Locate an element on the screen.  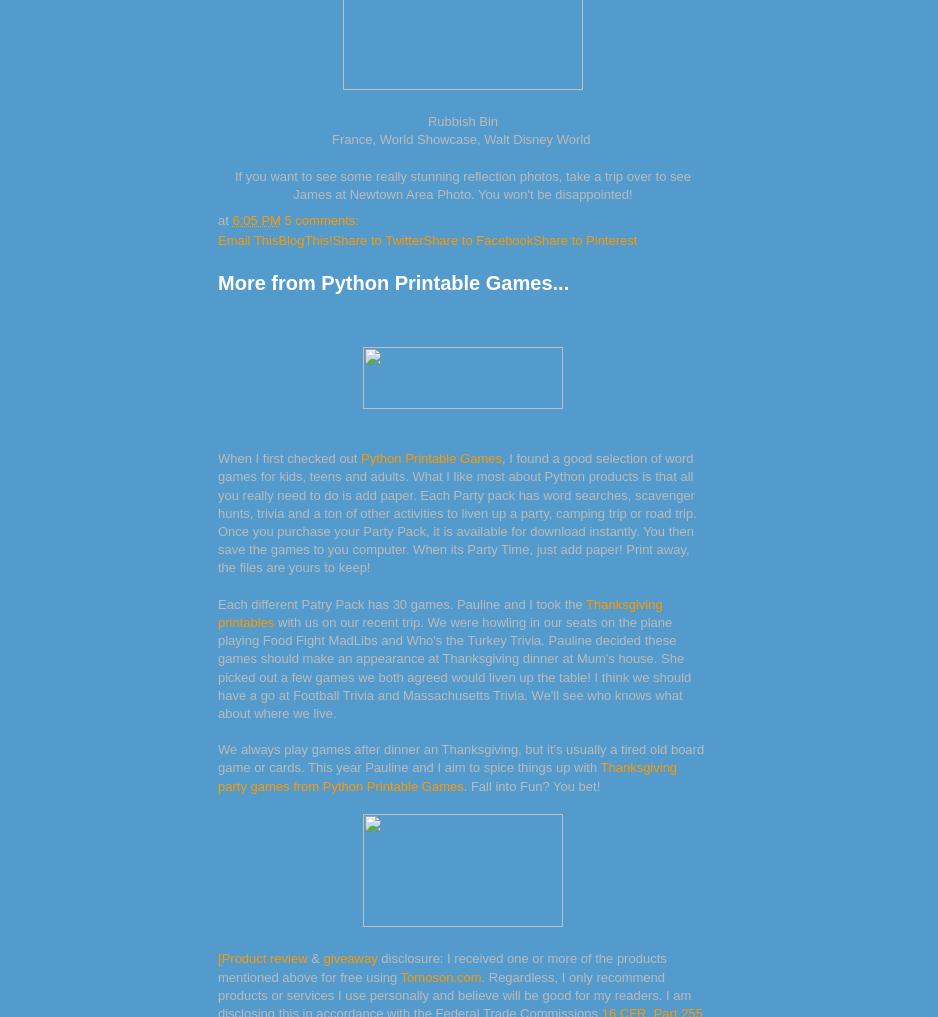
'from' is located at coordinates (304, 785).